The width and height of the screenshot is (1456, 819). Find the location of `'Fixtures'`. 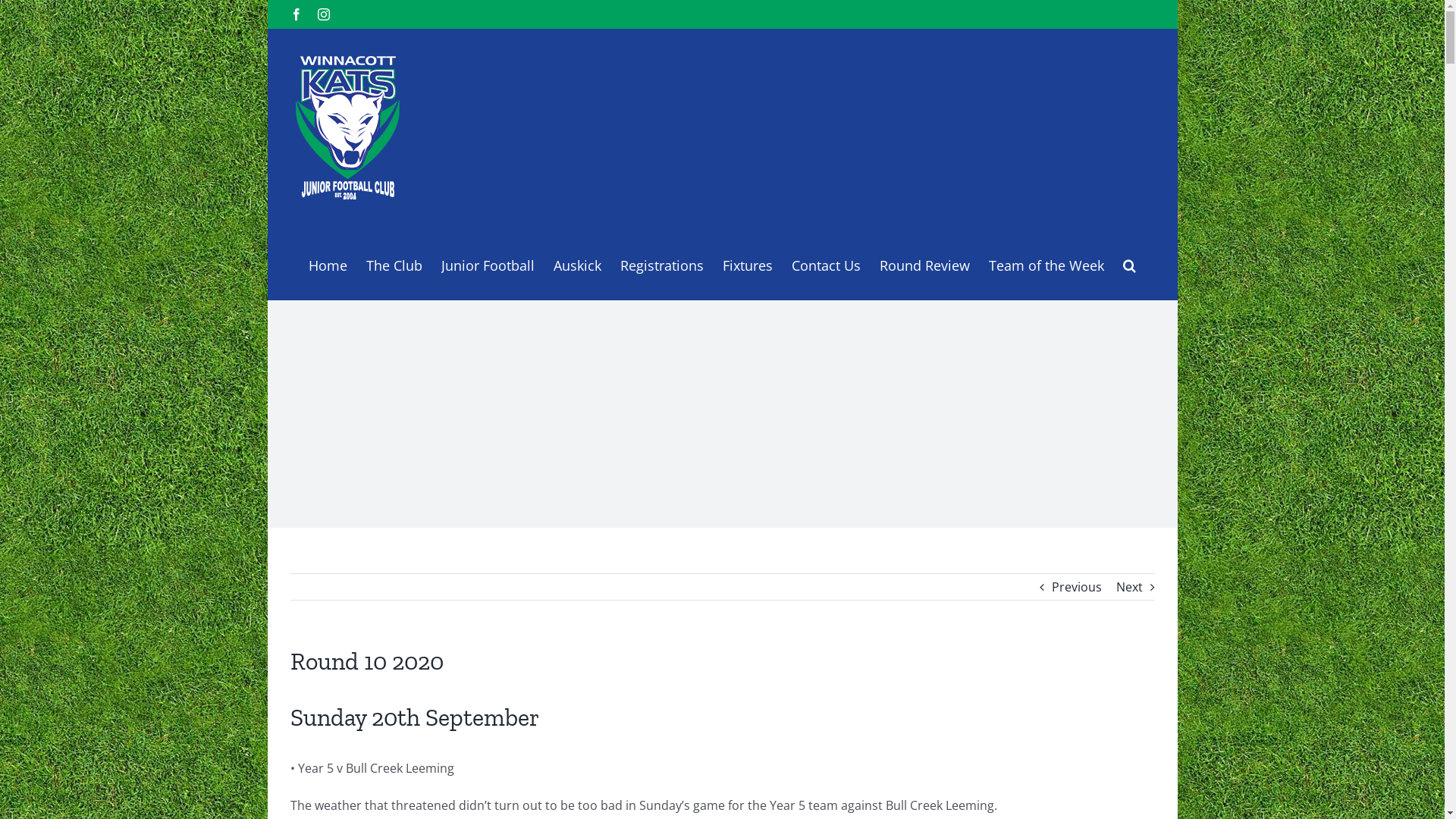

'Fixtures' is located at coordinates (746, 262).